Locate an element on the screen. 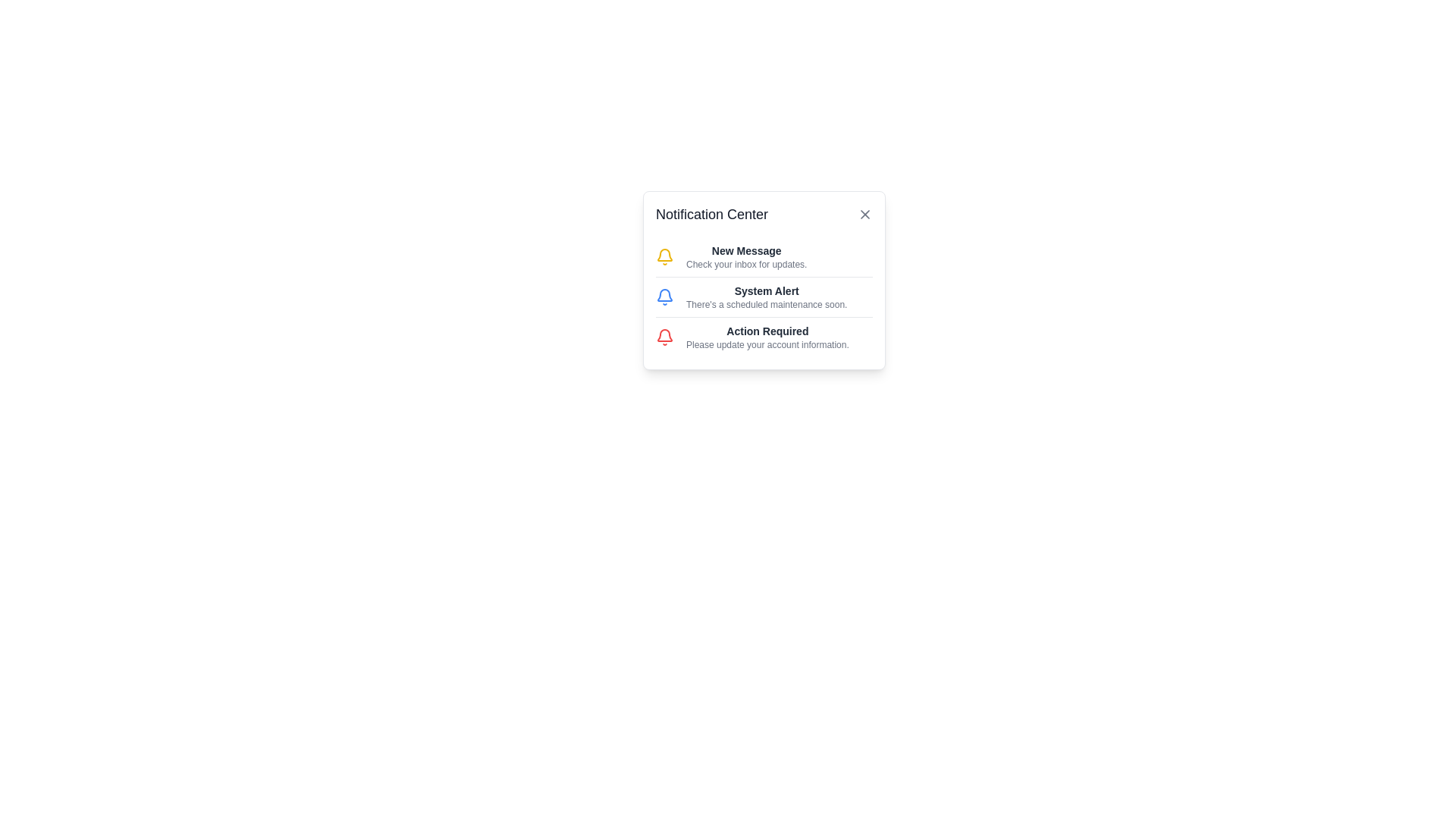  the 'X' shaped icon in the top-right corner of the 'Notification Center' card for visual feedback is located at coordinates (865, 214).